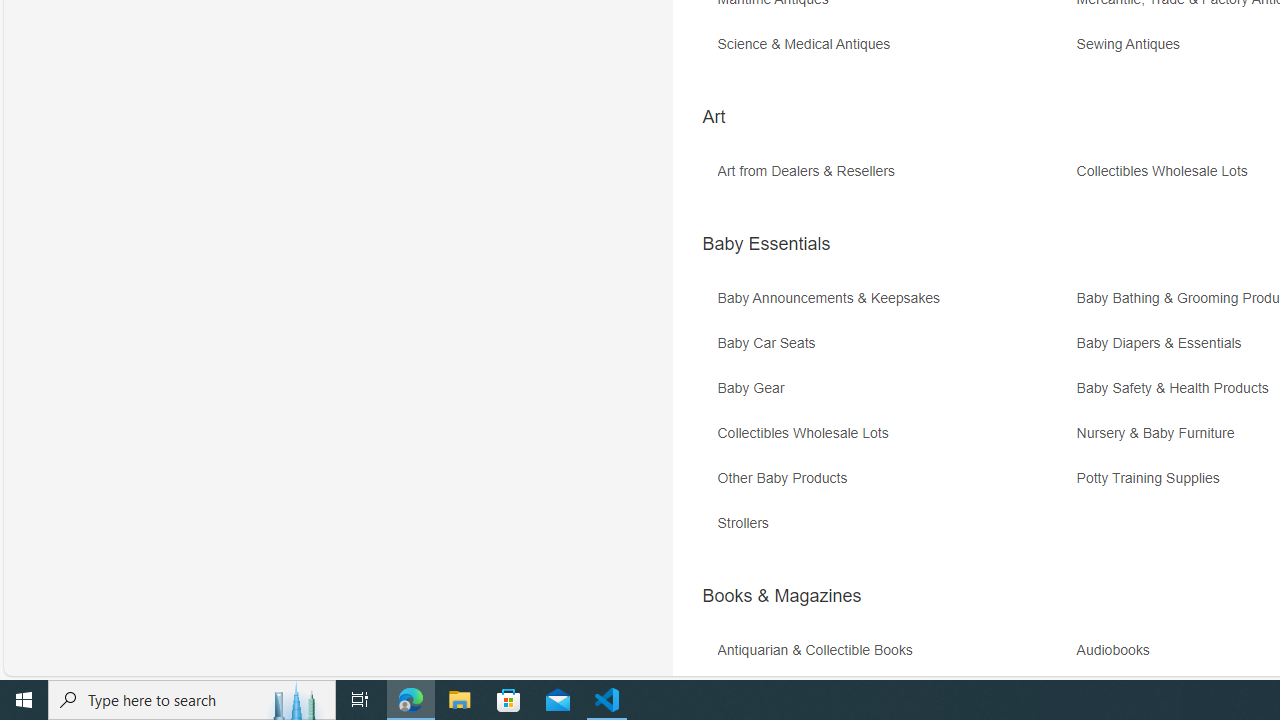 The height and width of the screenshot is (720, 1280). Describe the element at coordinates (1133, 44) in the screenshot. I see `'Sewing Antiques'` at that location.